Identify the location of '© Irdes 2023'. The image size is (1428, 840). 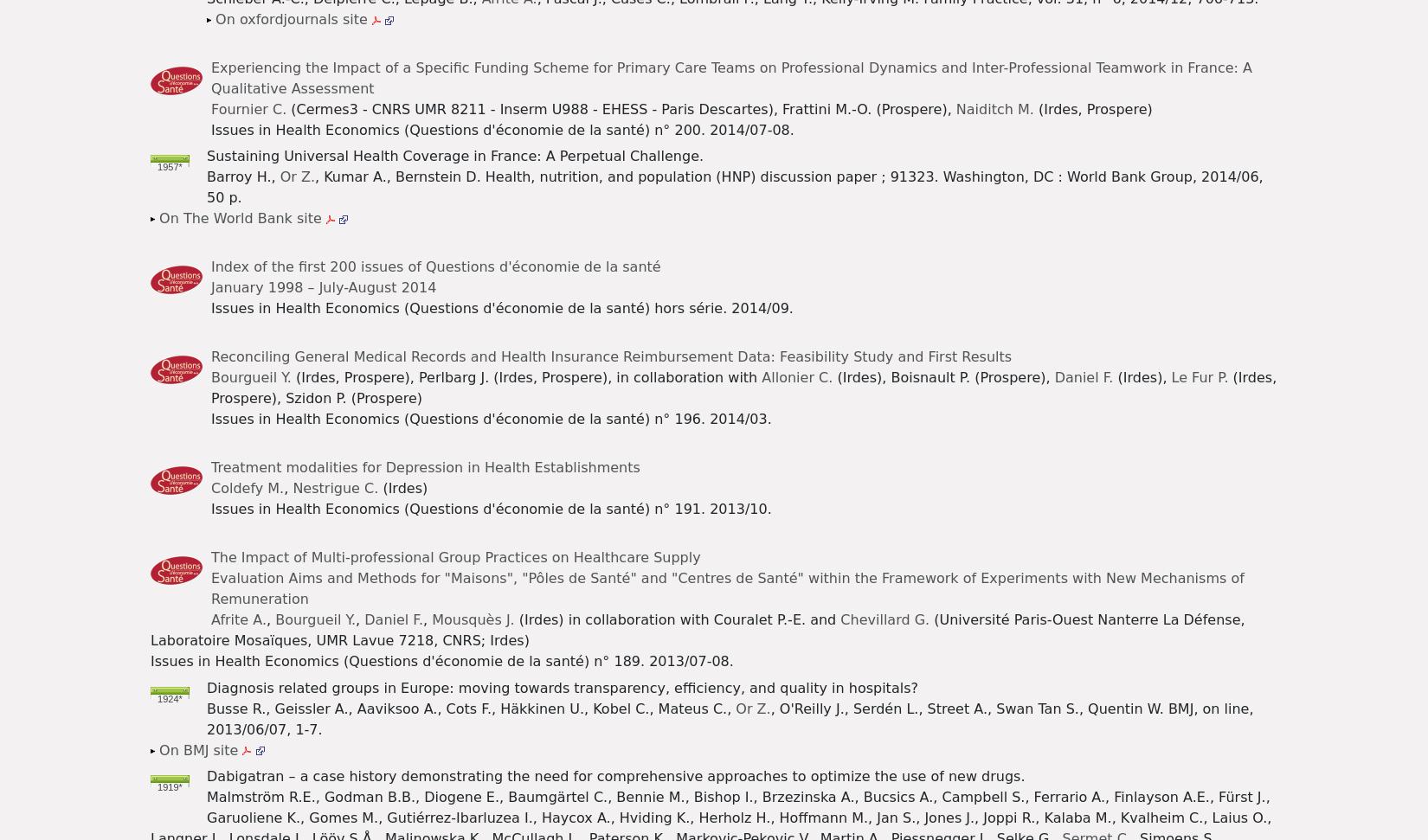
(190, 101).